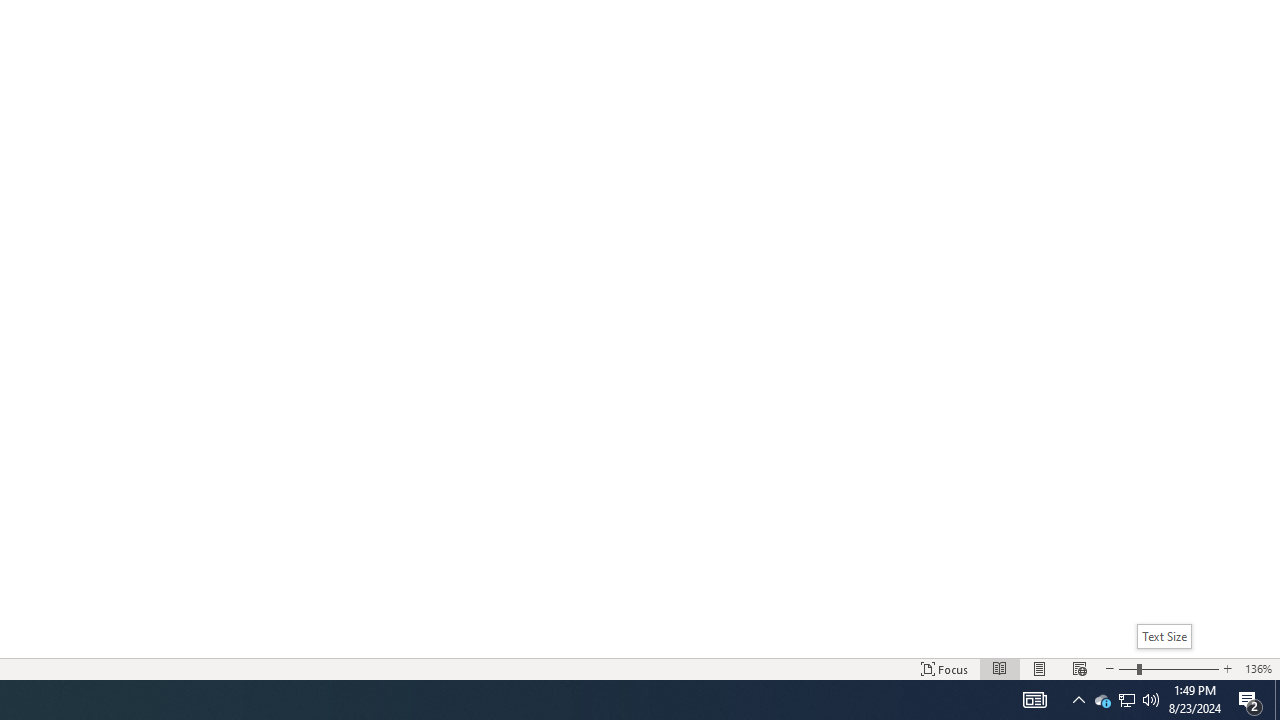 The image size is (1280, 720). Describe the element at coordinates (1226, 669) in the screenshot. I see `'Increase Text Size'` at that location.